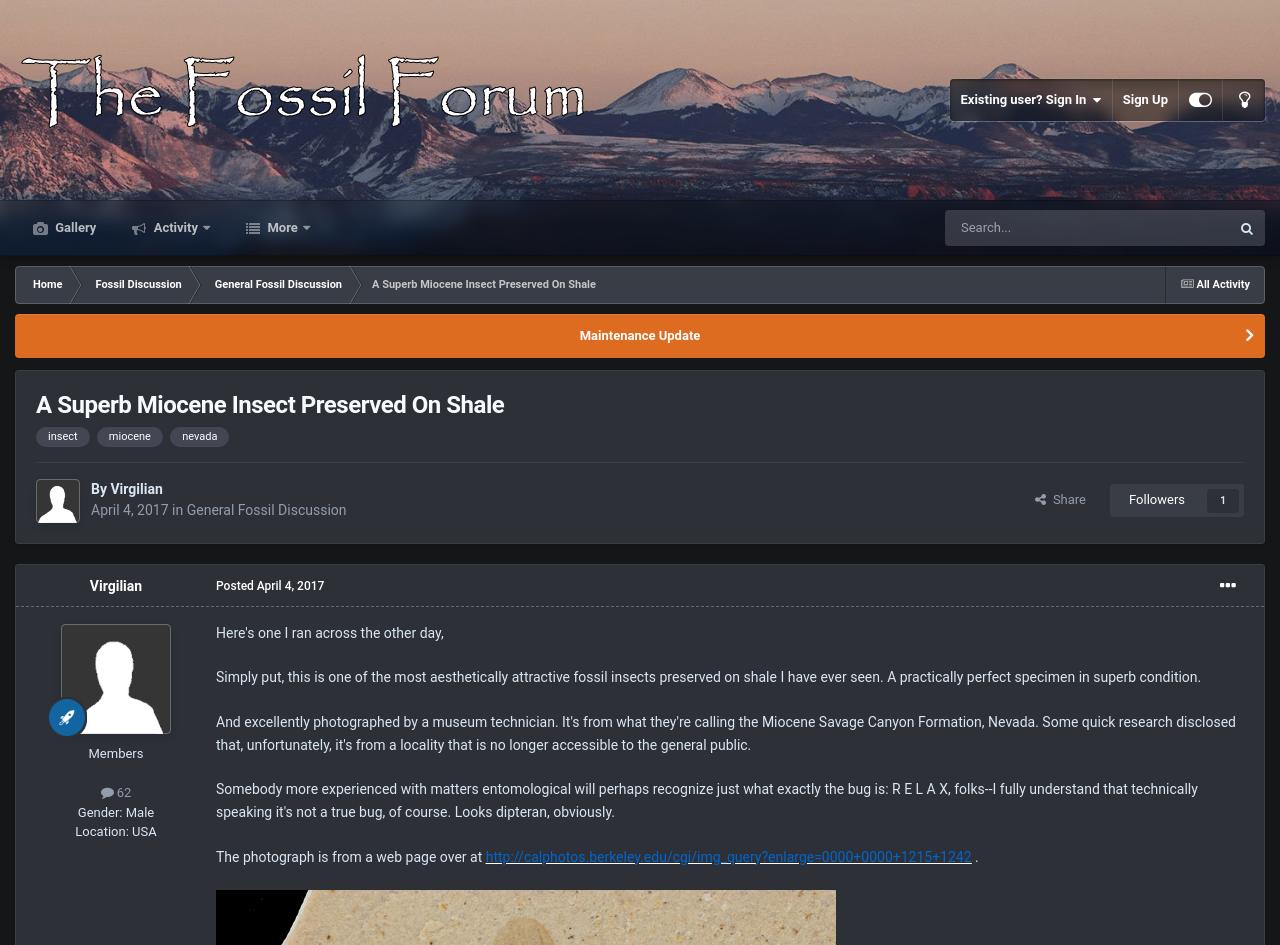 The image size is (1280, 945). Describe the element at coordinates (114, 751) in the screenshot. I see `'Members'` at that location.